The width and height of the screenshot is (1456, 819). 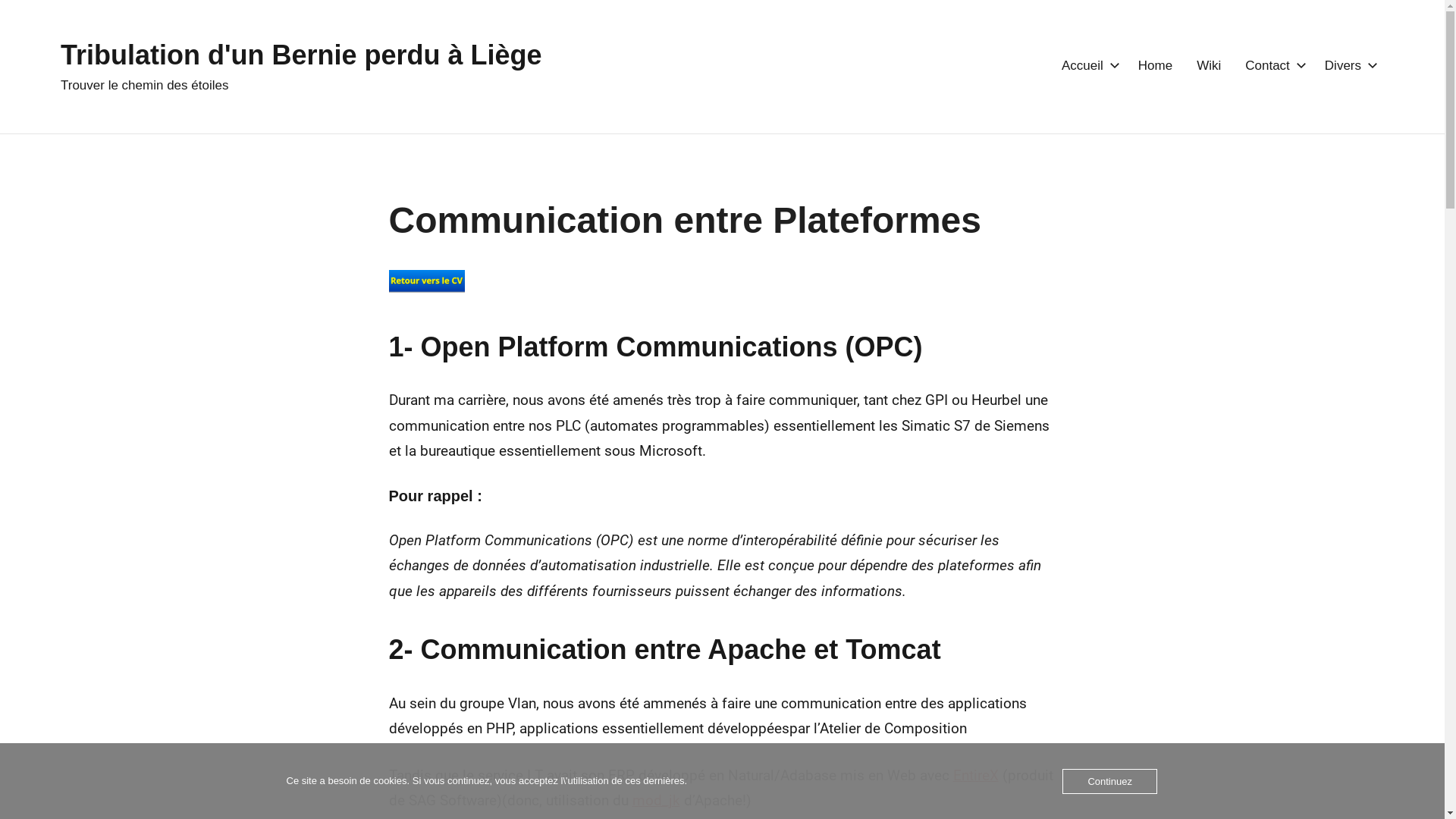 What do you see at coordinates (1348, 65) in the screenshot?
I see `'Divers'` at bounding box center [1348, 65].